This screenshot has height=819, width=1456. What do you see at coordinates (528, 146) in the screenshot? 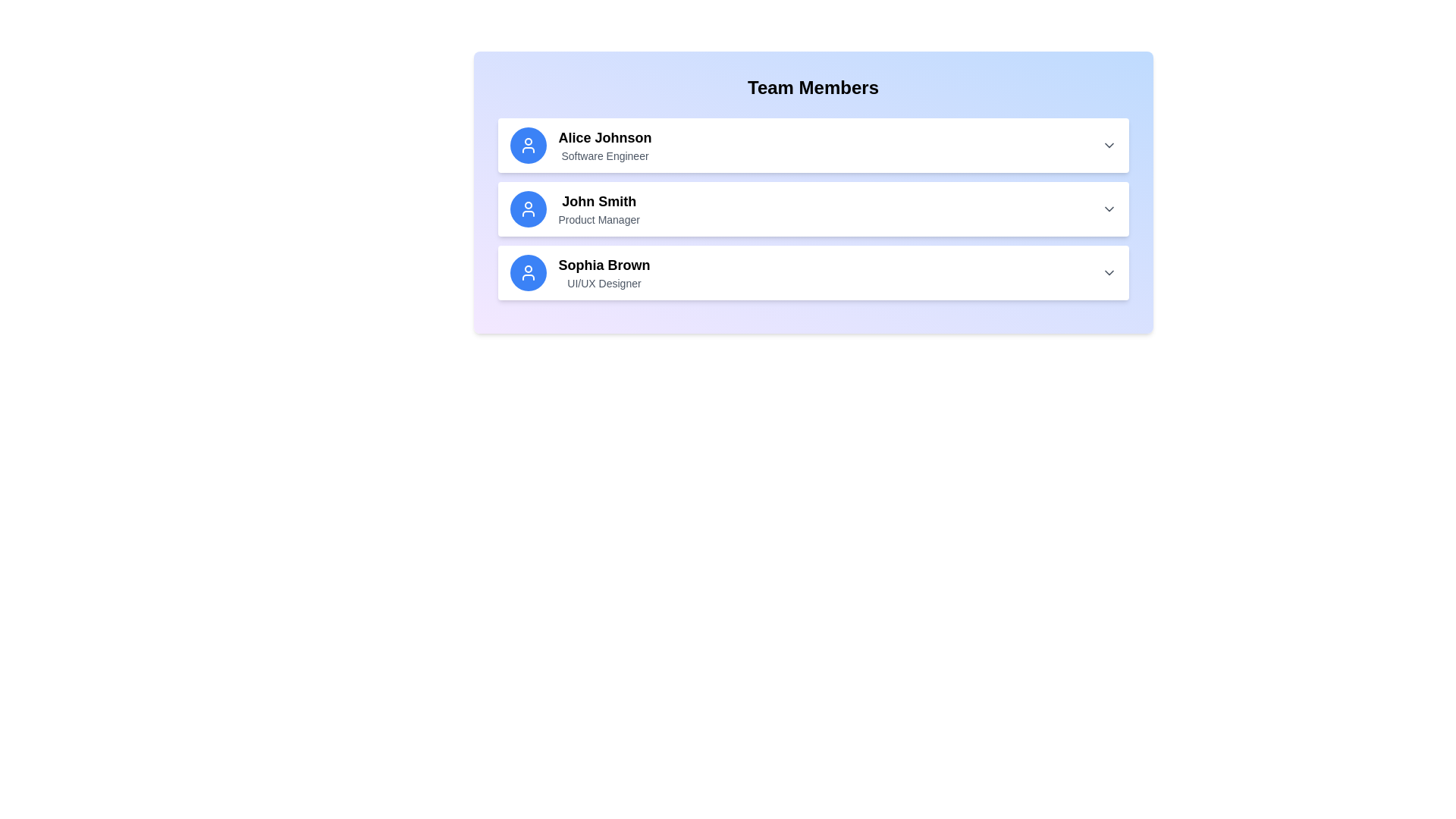
I see `the circular Avatar icon with a blue background and a white user profile symbol, which represents 'Alice Johnson', a Software Engineer` at bounding box center [528, 146].